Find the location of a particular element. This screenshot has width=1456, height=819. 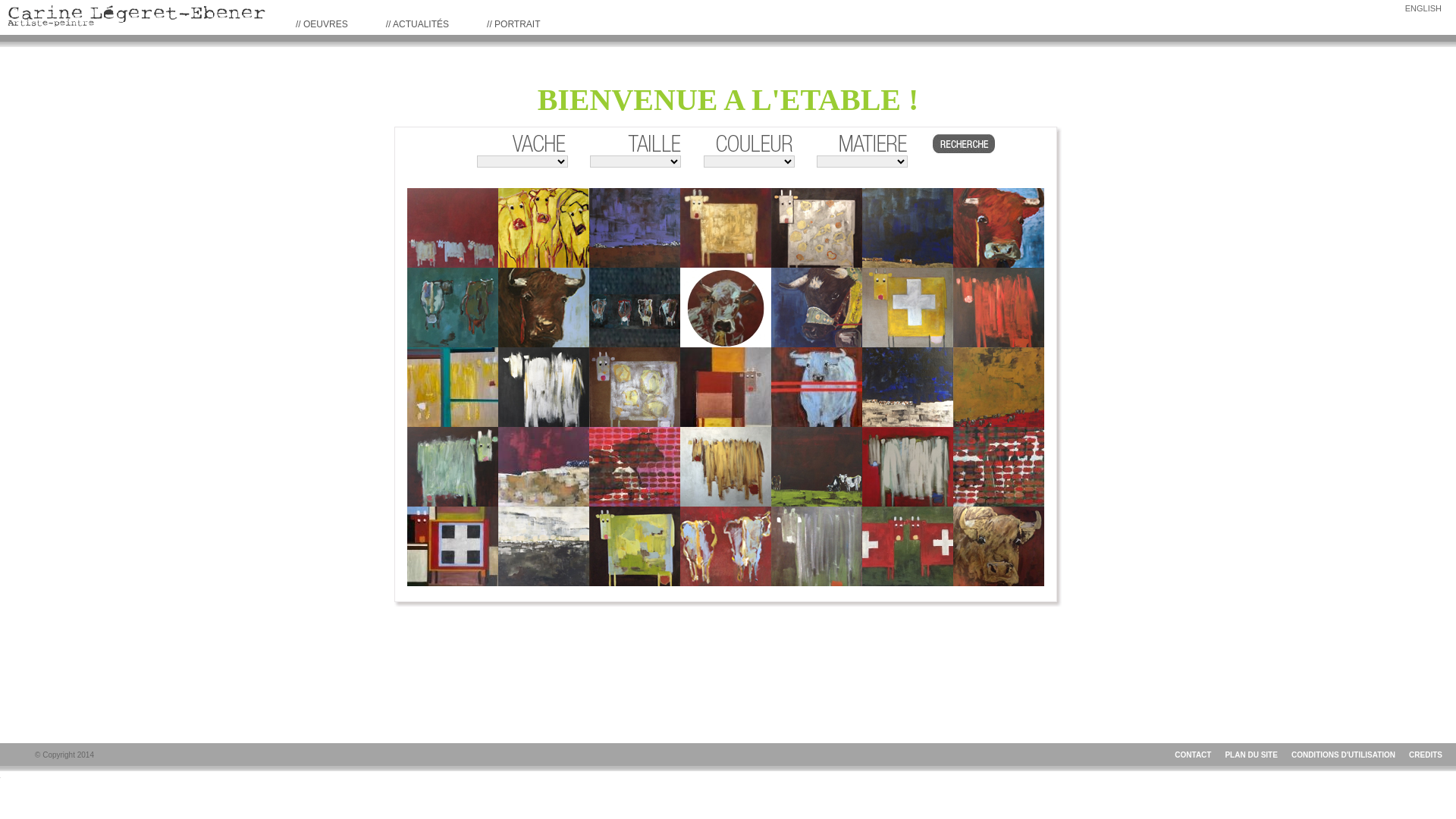

'CREDITS' is located at coordinates (1407, 755).